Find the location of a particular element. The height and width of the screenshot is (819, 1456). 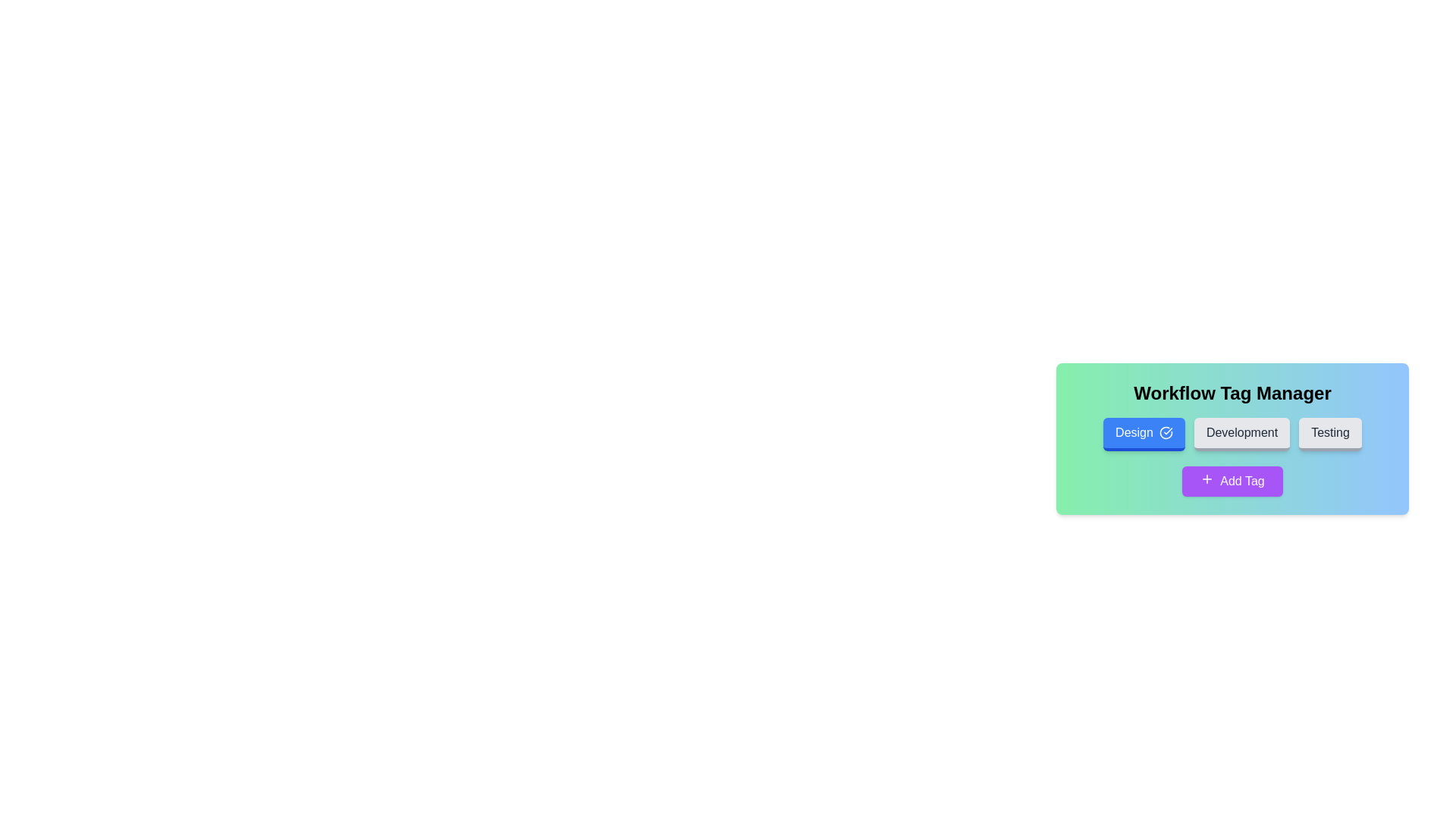

the tag Development is located at coordinates (1241, 435).